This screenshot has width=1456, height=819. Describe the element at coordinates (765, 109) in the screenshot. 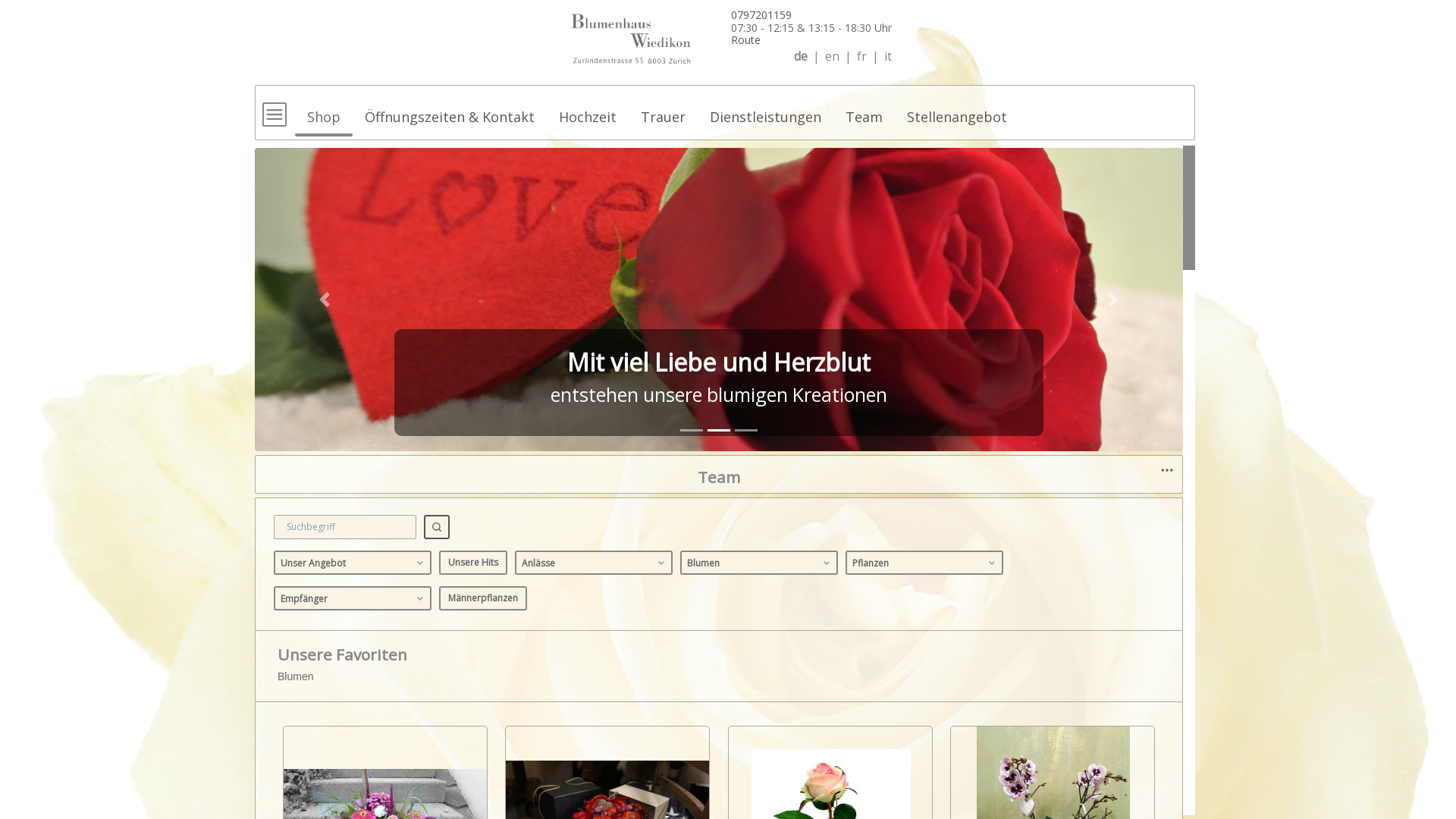

I see `'Dienstleistungen'` at that location.